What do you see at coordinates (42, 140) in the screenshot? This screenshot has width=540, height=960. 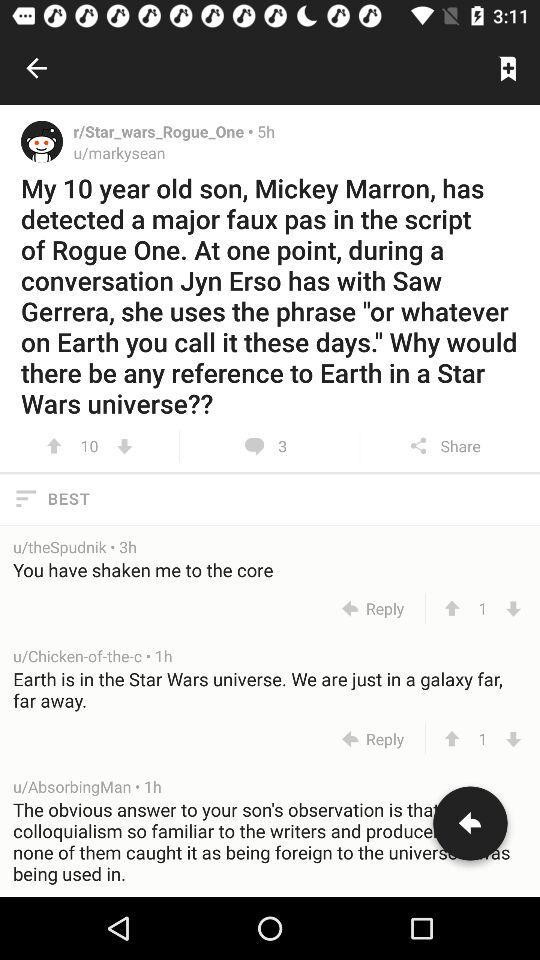 I see `bring up a user` at bounding box center [42, 140].